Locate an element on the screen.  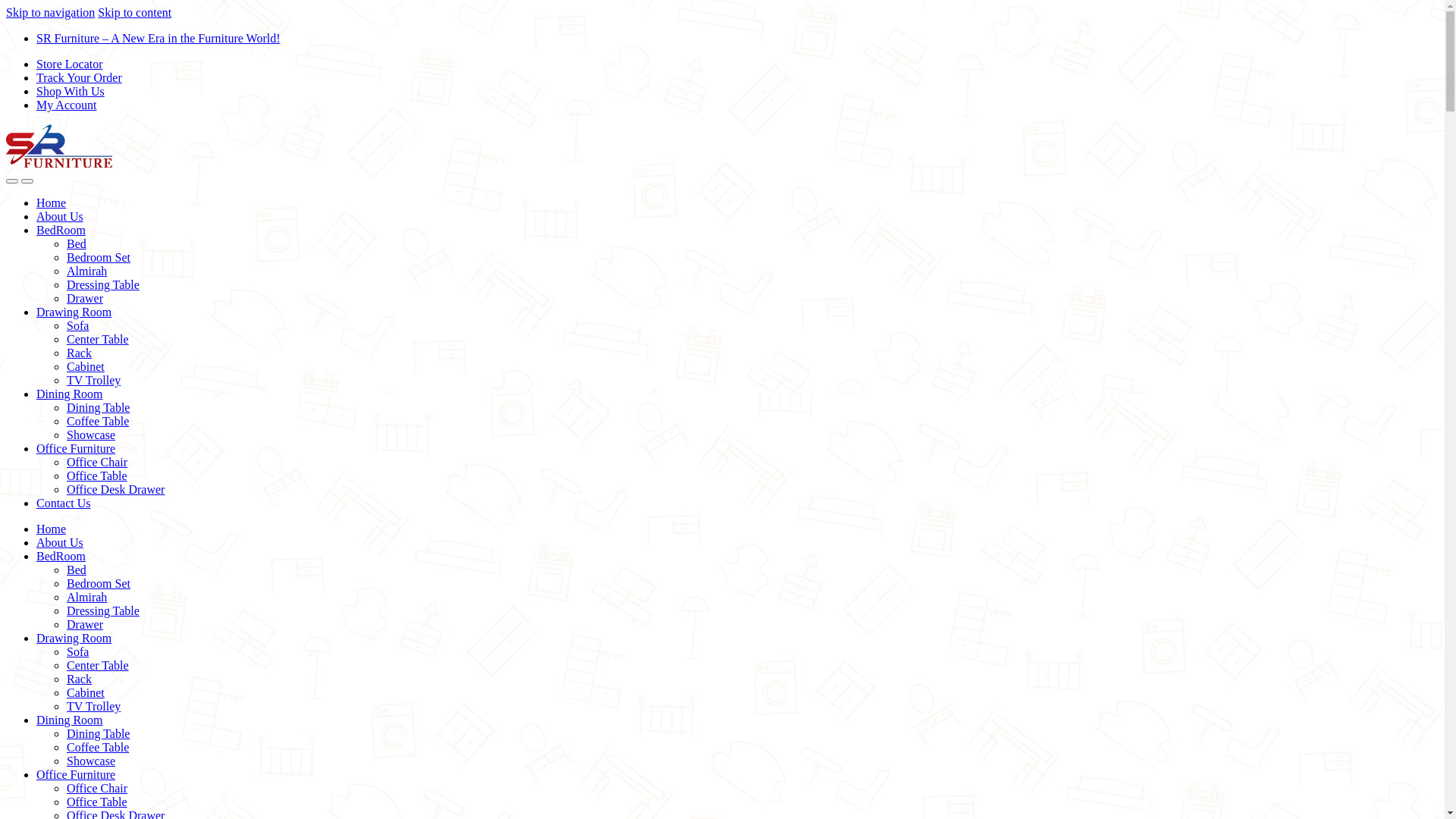
'My Account' is located at coordinates (65, 104).